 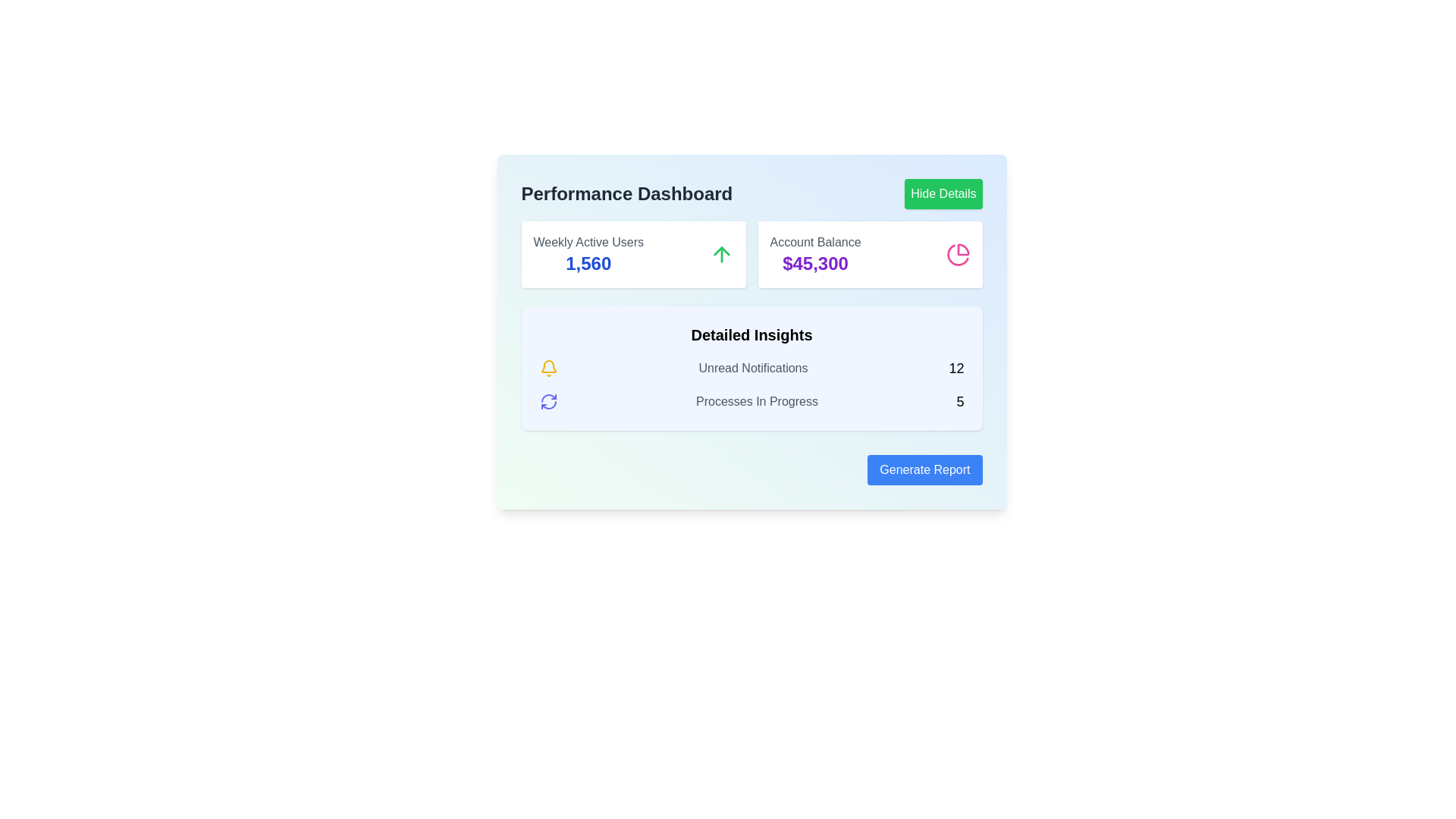 What do you see at coordinates (548, 400) in the screenshot?
I see `the blue rotating refresh icon located within the 'Detailed Insights' card, next to the 'Unread Notifications' section` at bounding box center [548, 400].